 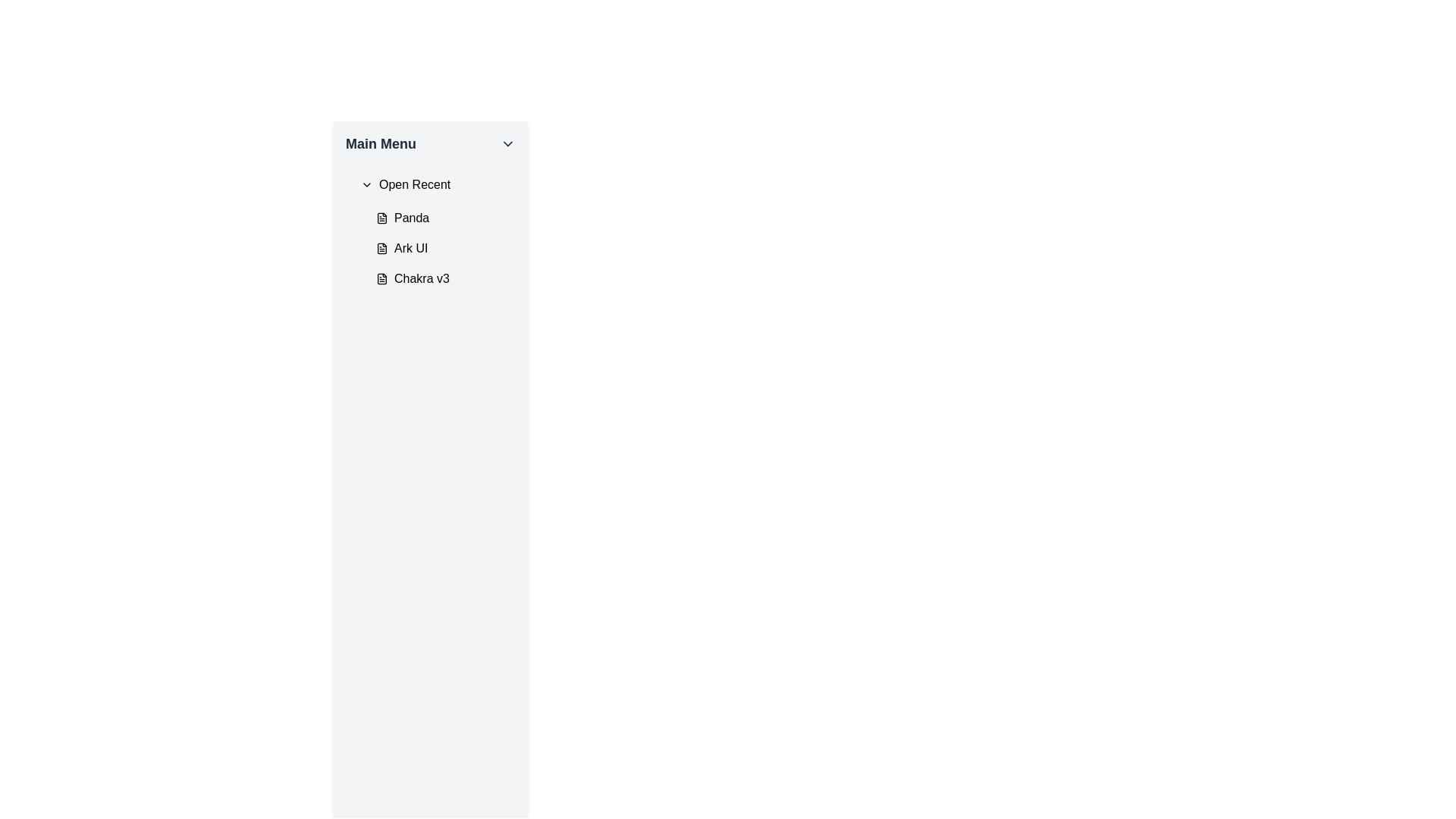 I want to click on the Dropdown trigger located beneath the 'Main Menu' title, so click(x=439, y=184).